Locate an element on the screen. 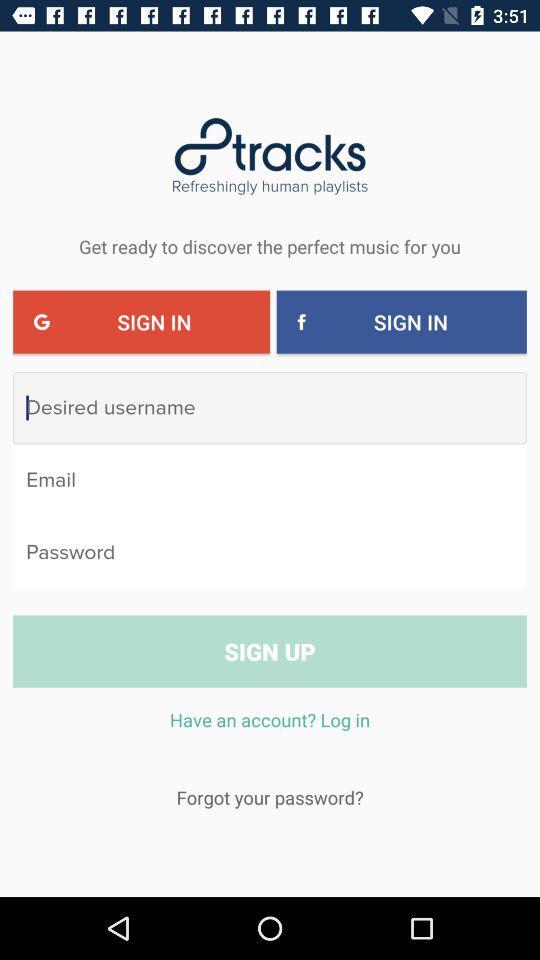 The image size is (540, 960). the forgot your password? is located at coordinates (270, 797).